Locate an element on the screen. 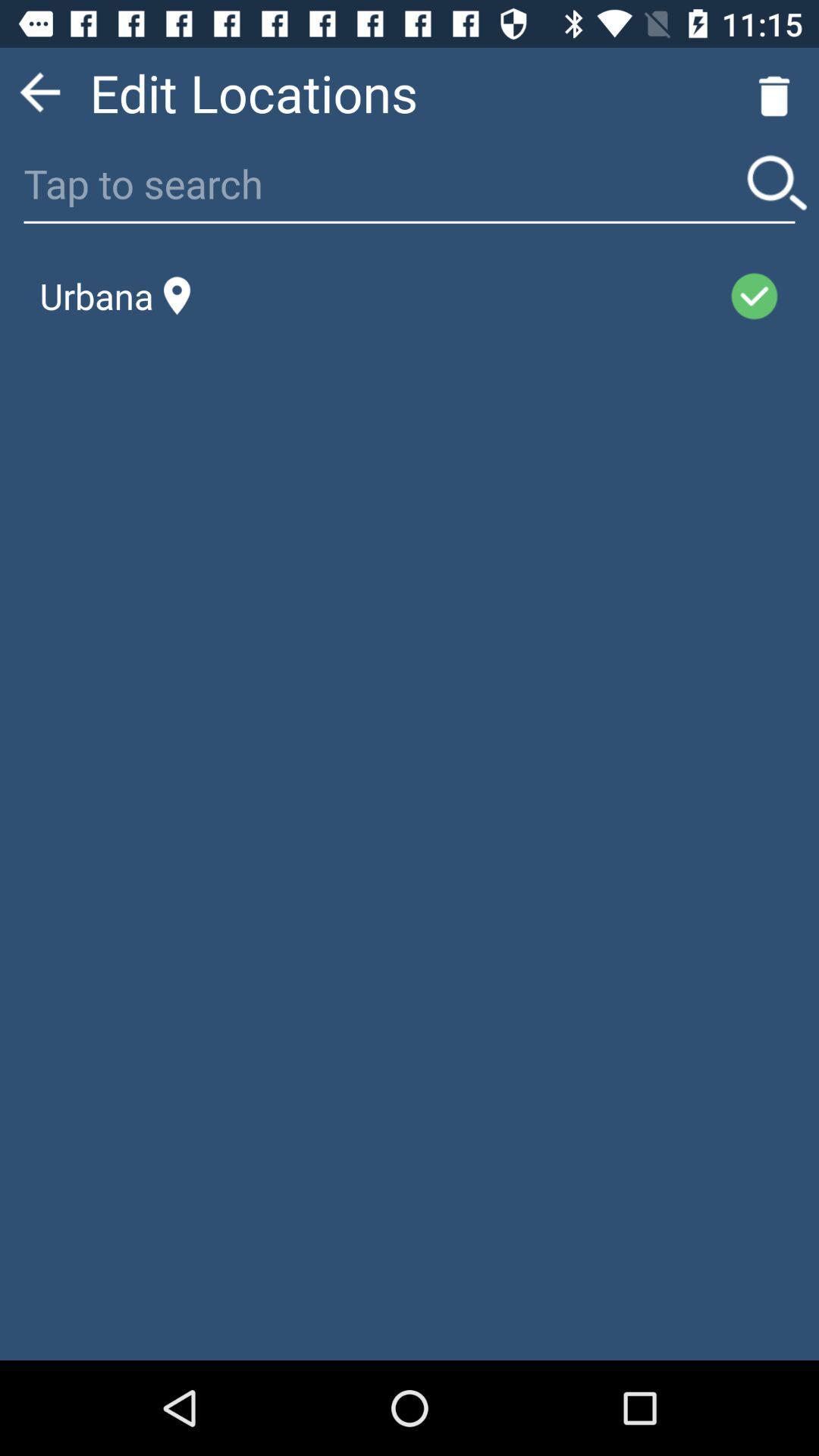 The image size is (819, 1456). the search icon is located at coordinates (777, 182).